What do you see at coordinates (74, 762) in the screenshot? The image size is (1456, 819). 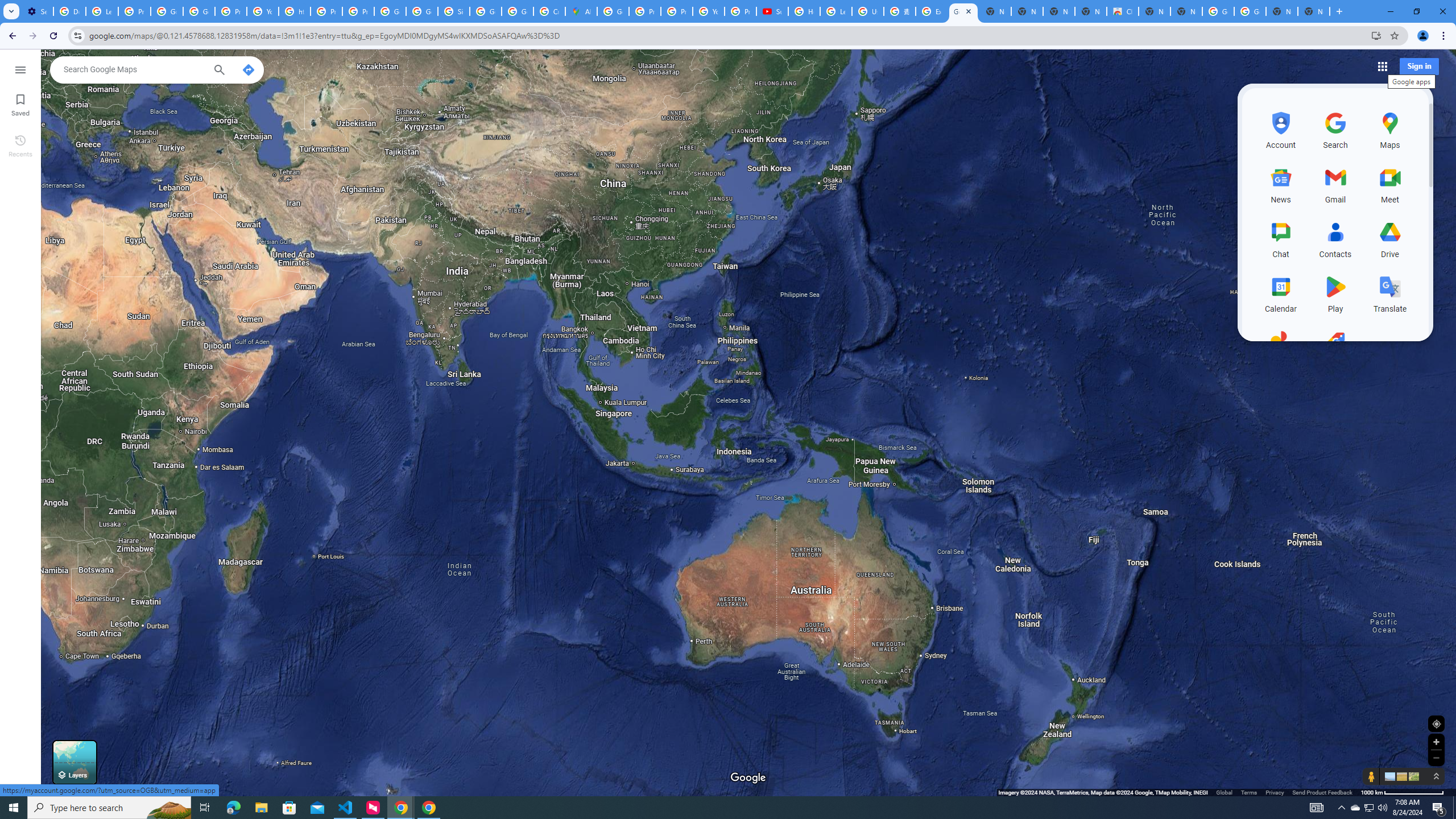 I see `'Layers'` at bounding box center [74, 762].